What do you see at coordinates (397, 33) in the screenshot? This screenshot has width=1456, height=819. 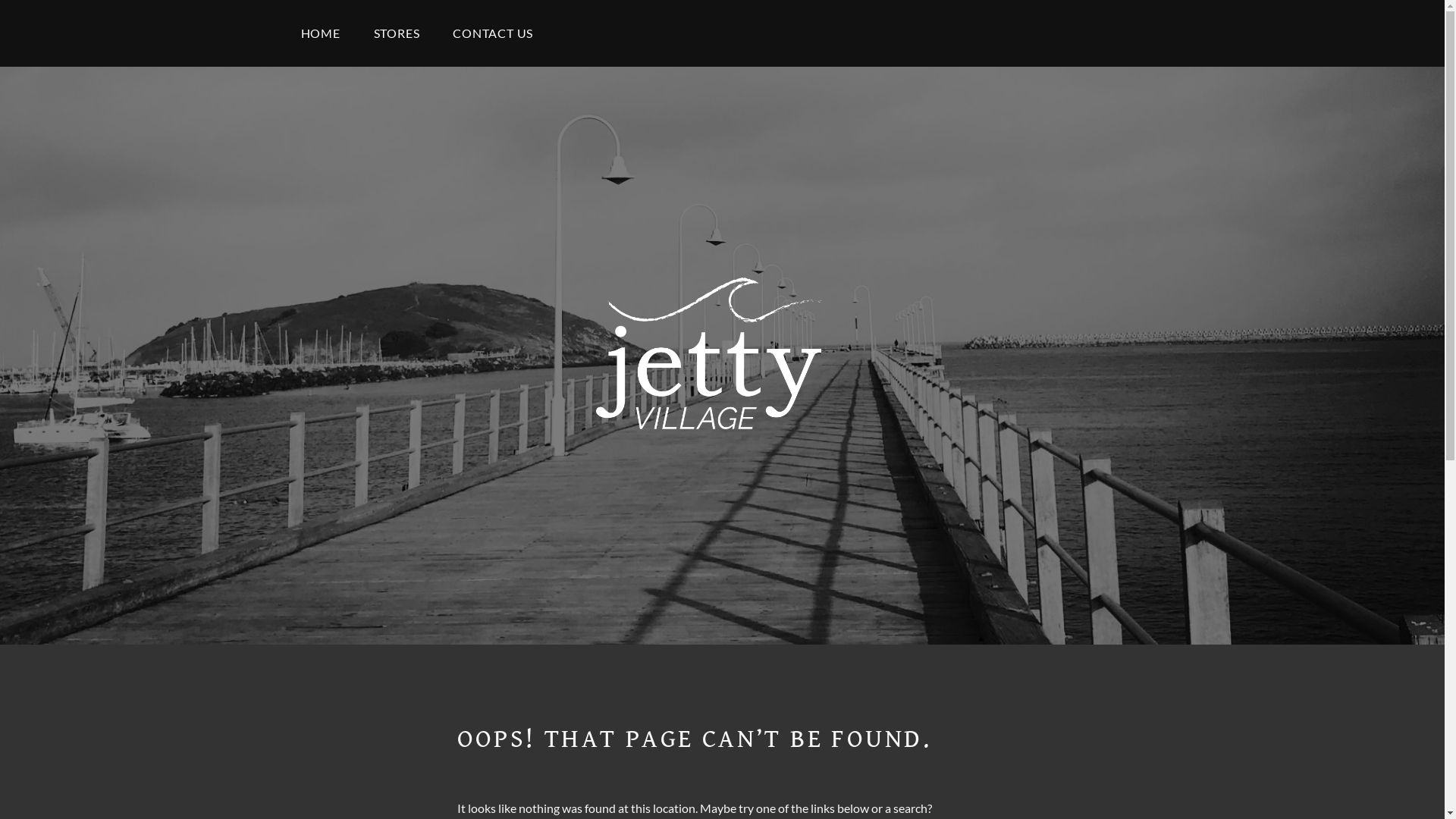 I see `'STORES'` at bounding box center [397, 33].